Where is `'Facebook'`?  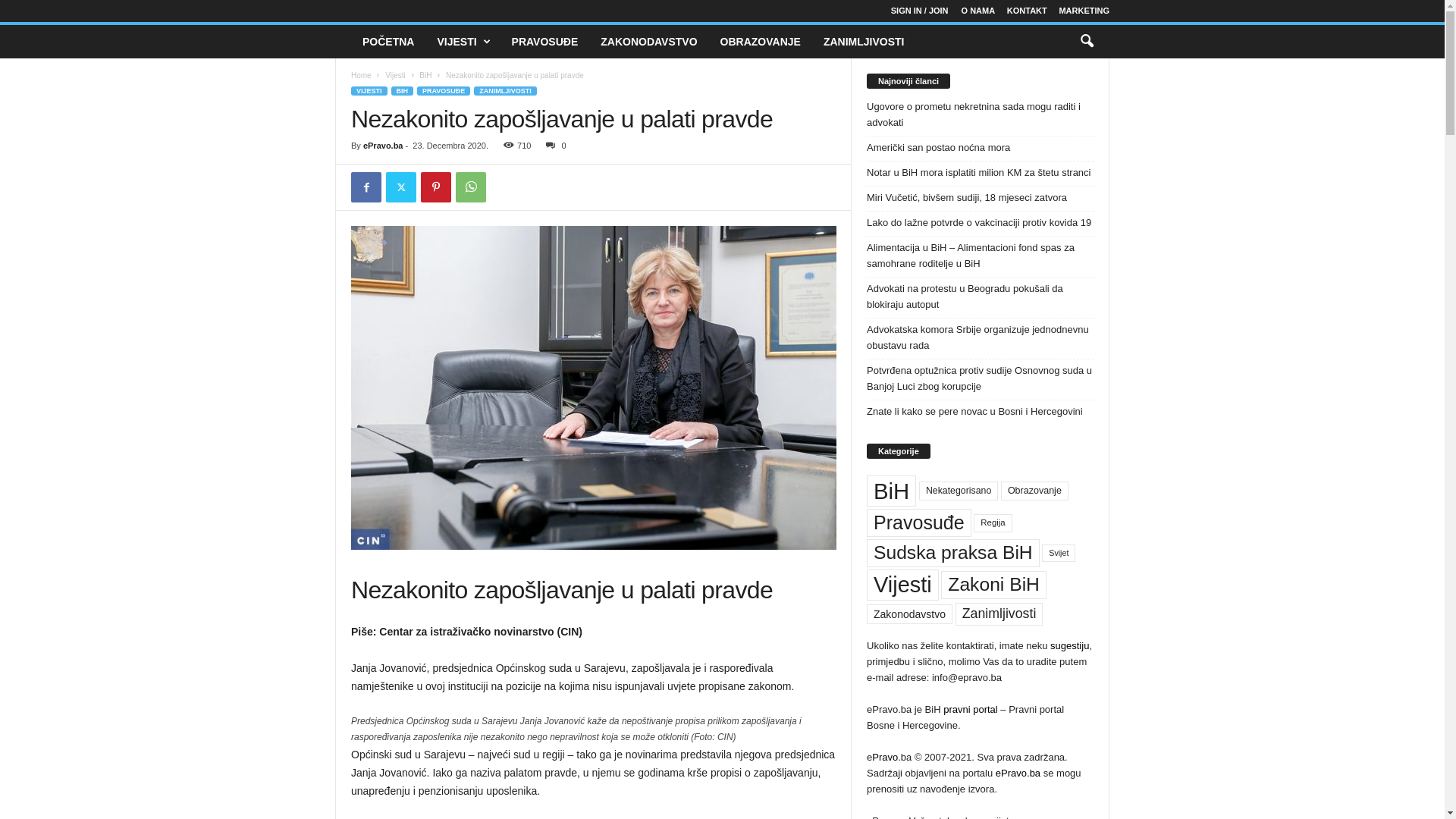
'Facebook' is located at coordinates (366, 186).